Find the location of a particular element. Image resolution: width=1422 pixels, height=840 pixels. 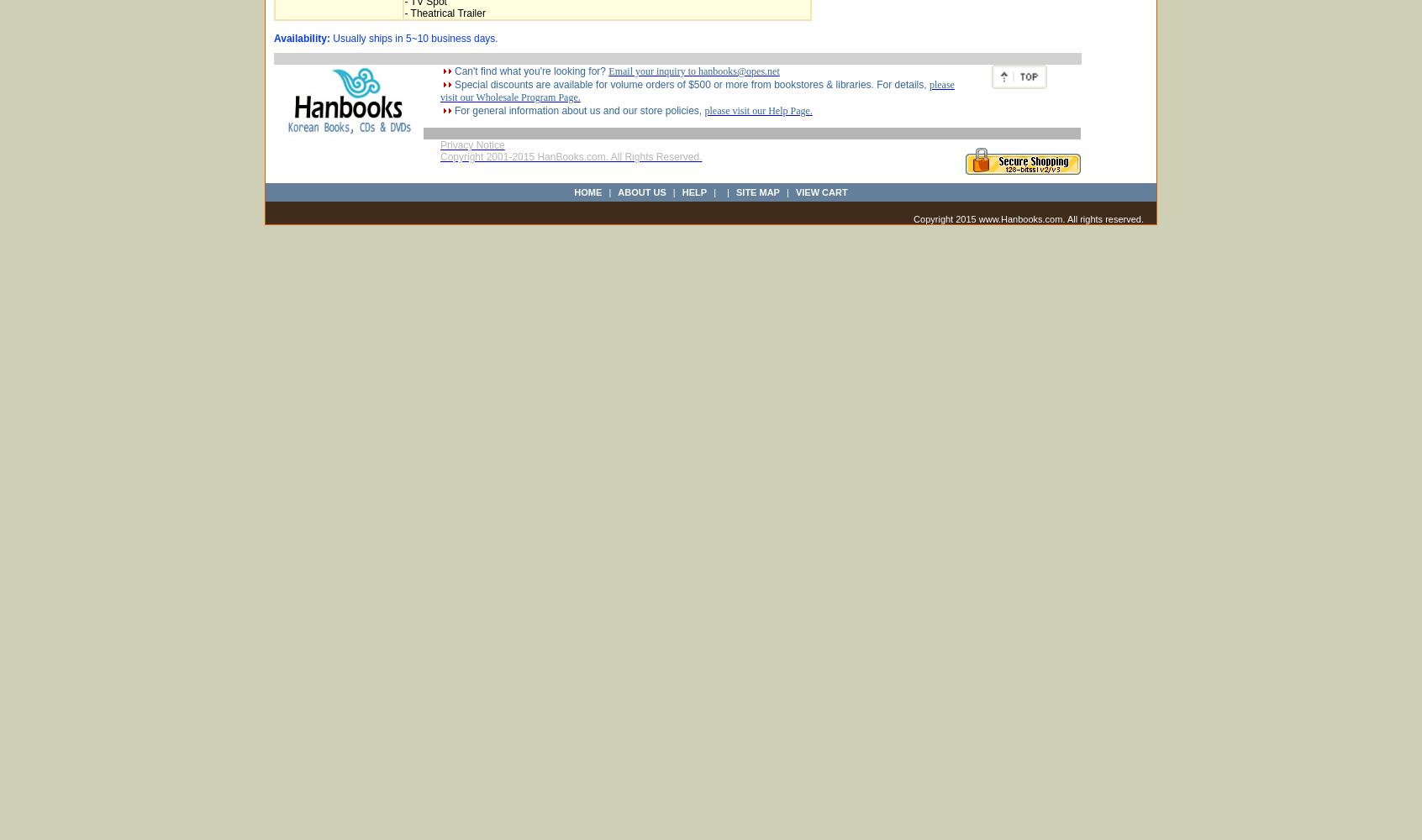

'Privacy Notice' is located at coordinates (472, 145).